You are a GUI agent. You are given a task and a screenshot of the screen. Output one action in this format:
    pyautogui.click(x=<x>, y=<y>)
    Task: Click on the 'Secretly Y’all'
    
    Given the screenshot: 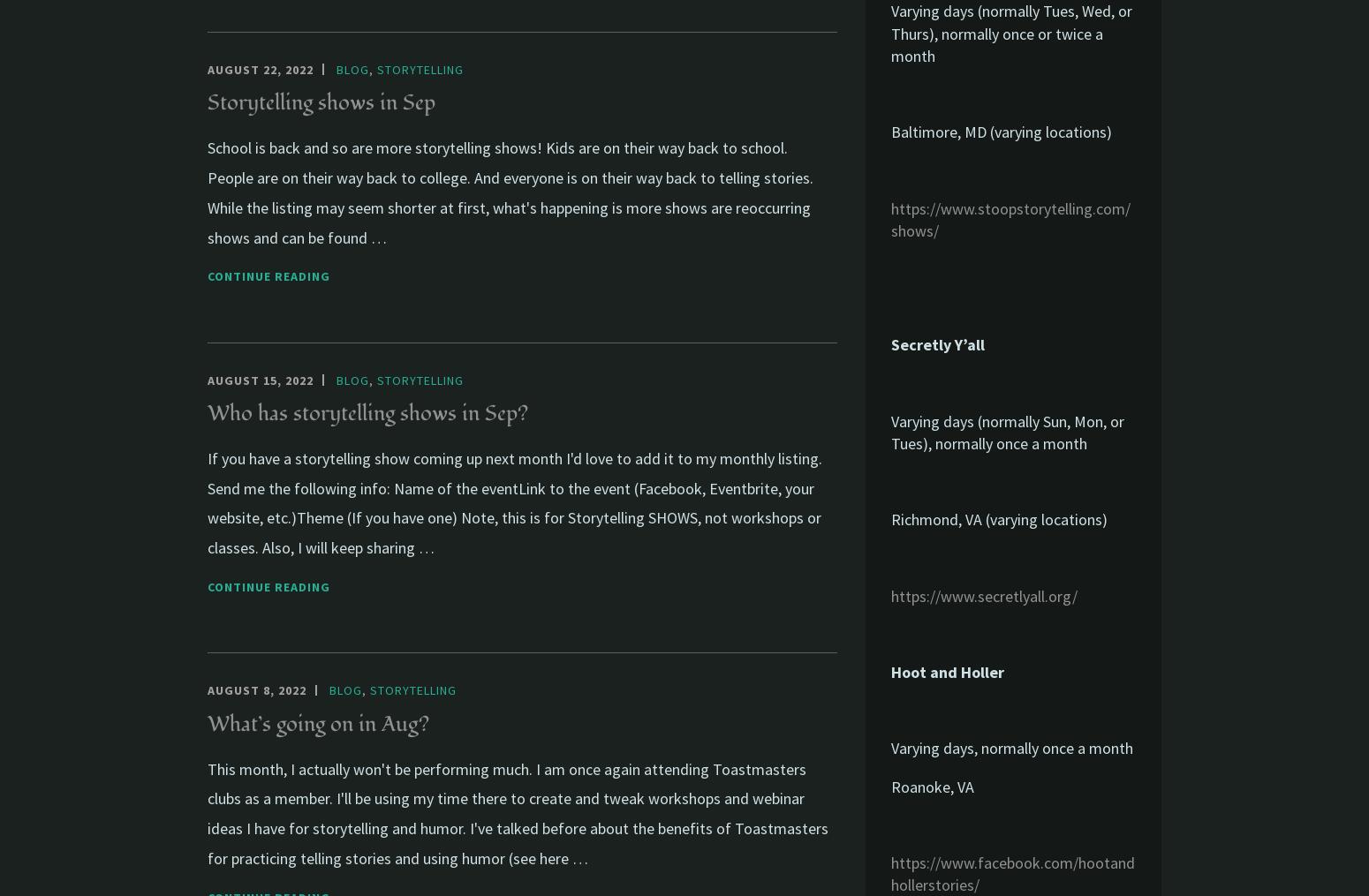 What is the action you would take?
    pyautogui.click(x=938, y=344)
    